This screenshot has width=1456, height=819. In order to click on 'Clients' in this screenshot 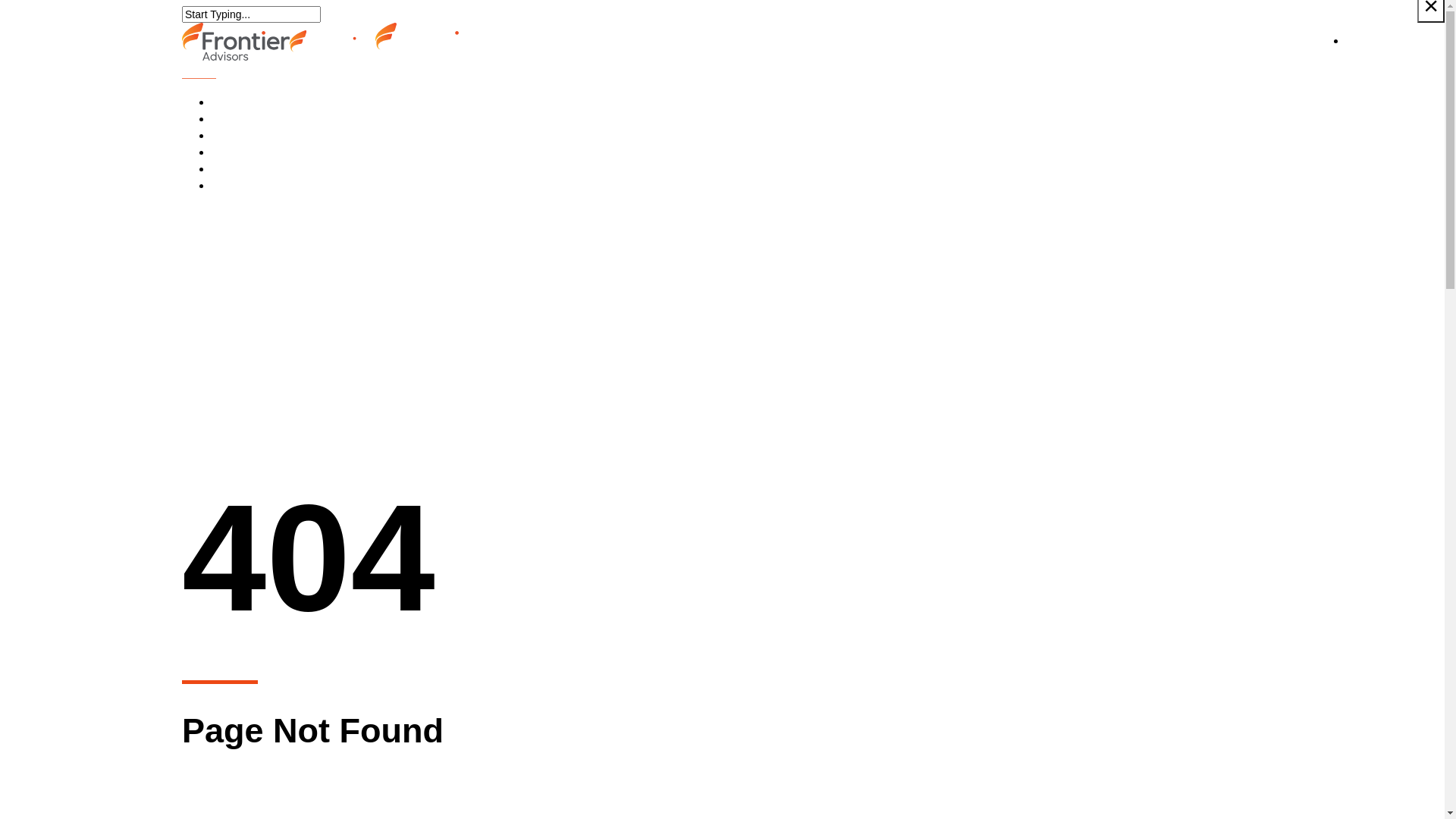, I will do `click(248, 118)`.